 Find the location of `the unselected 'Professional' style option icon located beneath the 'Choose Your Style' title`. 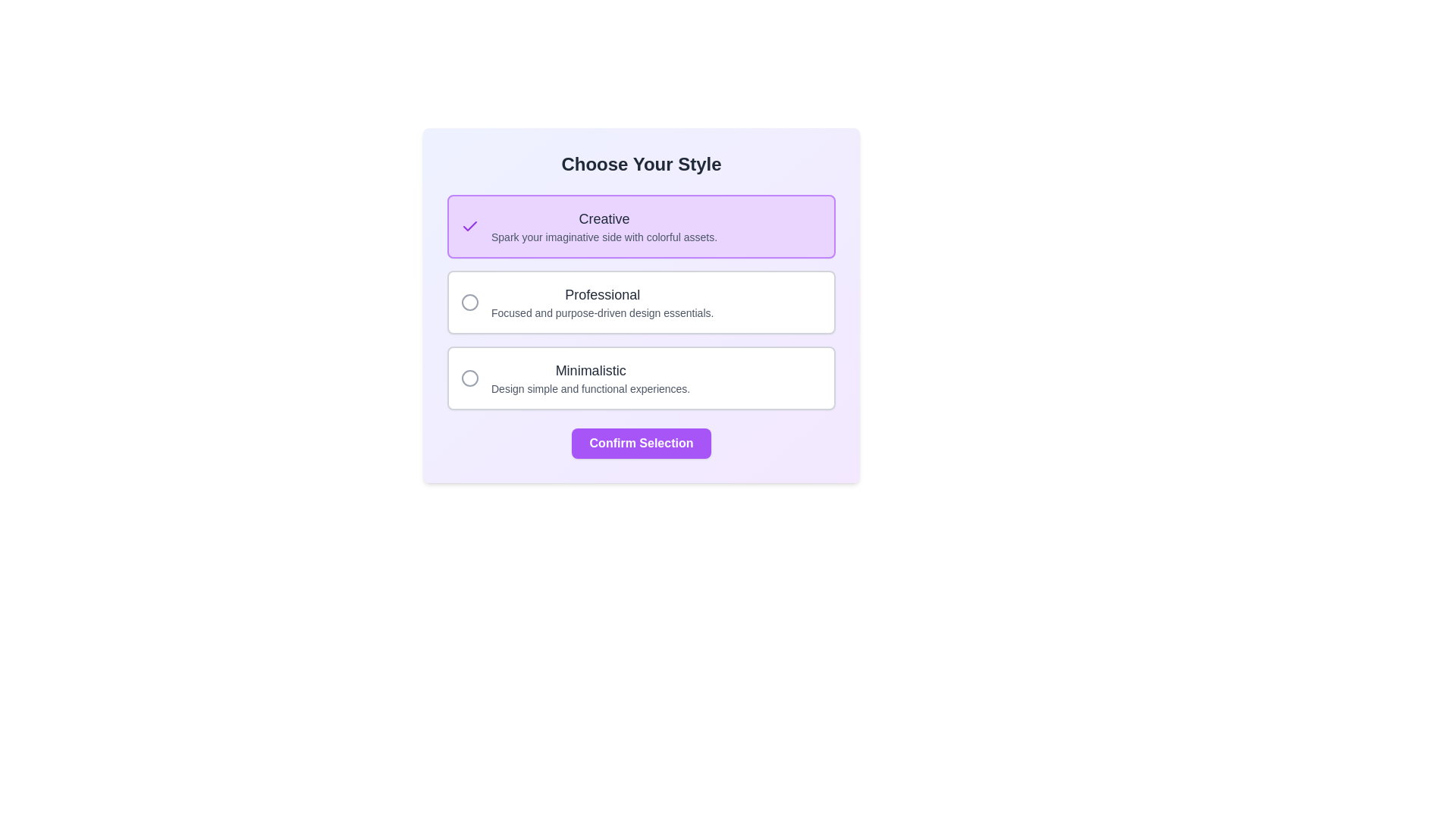

the unselected 'Professional' style option icon located beneath the 'Choose Your Style' title is located at coordinates (469, 302).